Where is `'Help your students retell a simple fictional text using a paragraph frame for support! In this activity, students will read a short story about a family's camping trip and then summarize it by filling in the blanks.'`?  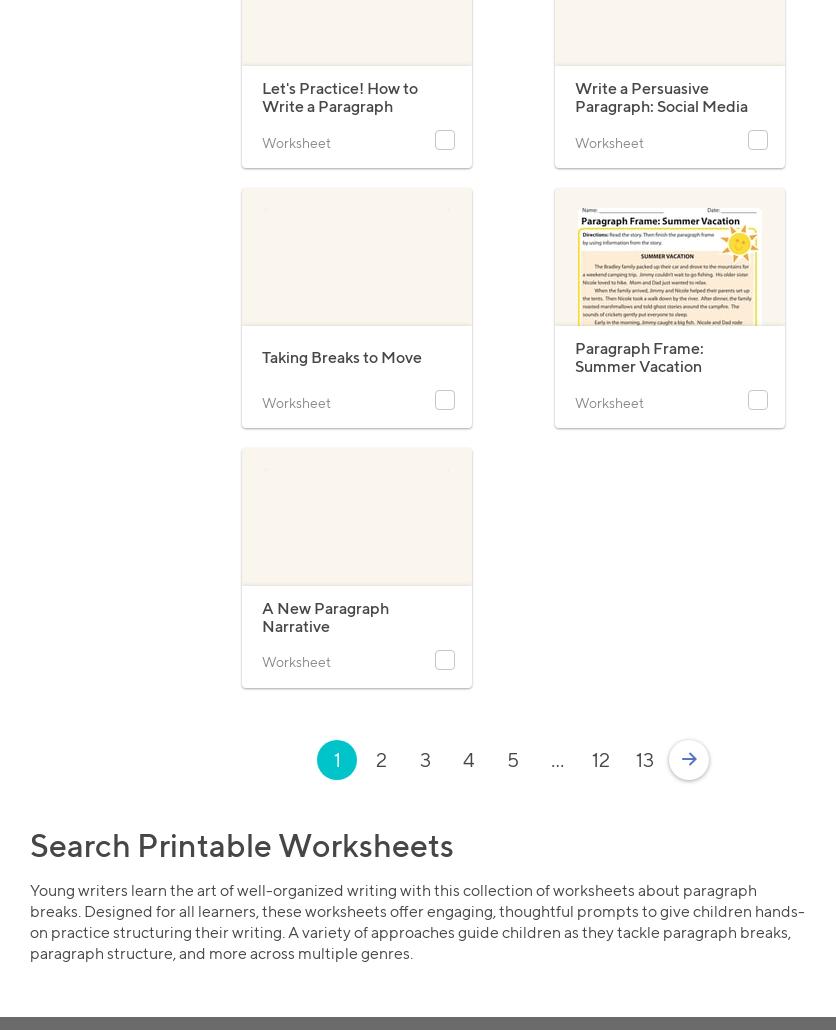 'Help your students retell a simple fictional text using a paragraph frame for support! In this activity, students will read a short story about a family's camping trip and then summarize it by filling in the blanks.' is located at coordinates (665, 450).